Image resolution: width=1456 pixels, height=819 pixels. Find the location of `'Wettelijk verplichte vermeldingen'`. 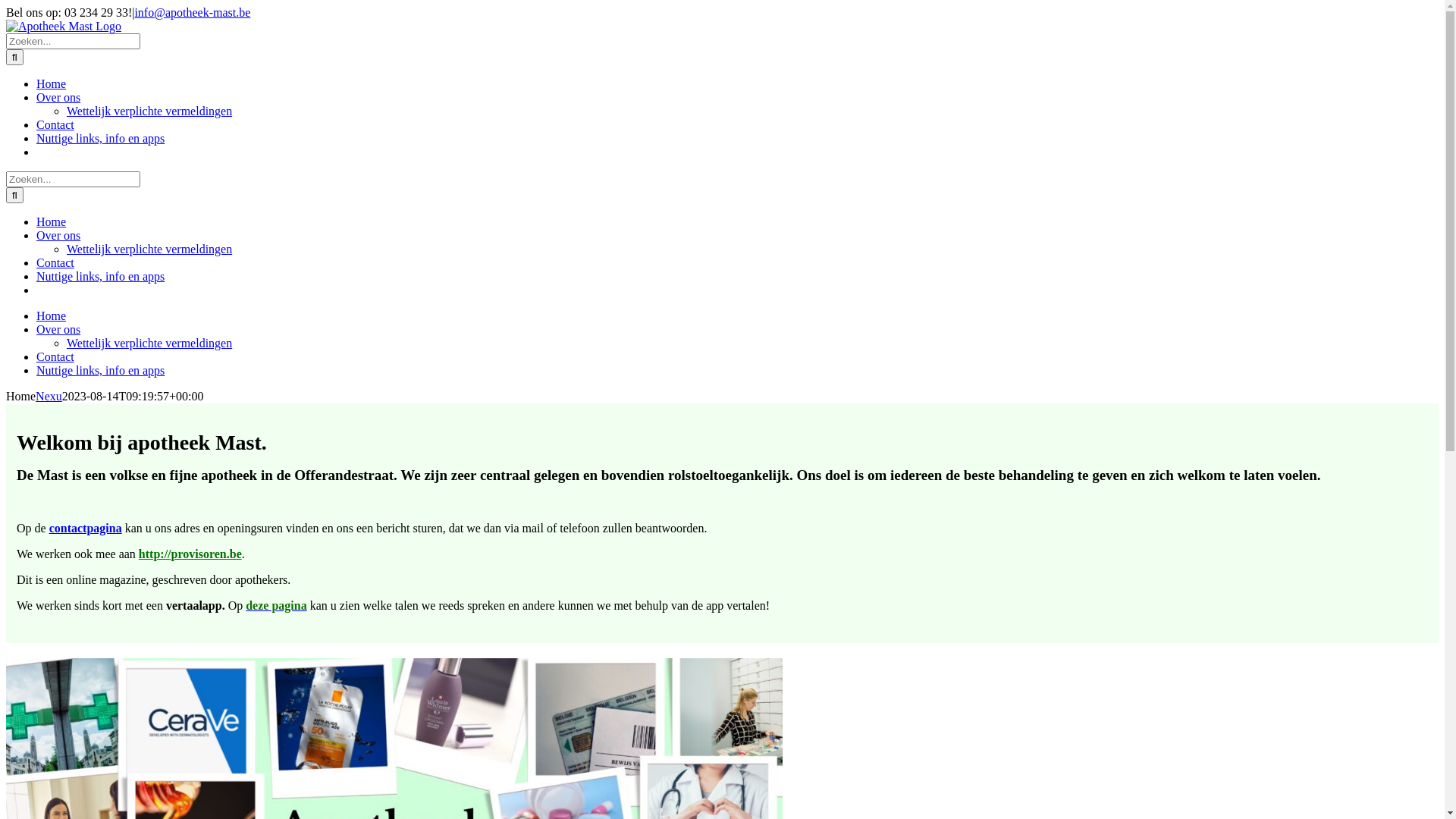

'Wettelijk verplichte vermeldingen' is located at coordinates (65, 248).